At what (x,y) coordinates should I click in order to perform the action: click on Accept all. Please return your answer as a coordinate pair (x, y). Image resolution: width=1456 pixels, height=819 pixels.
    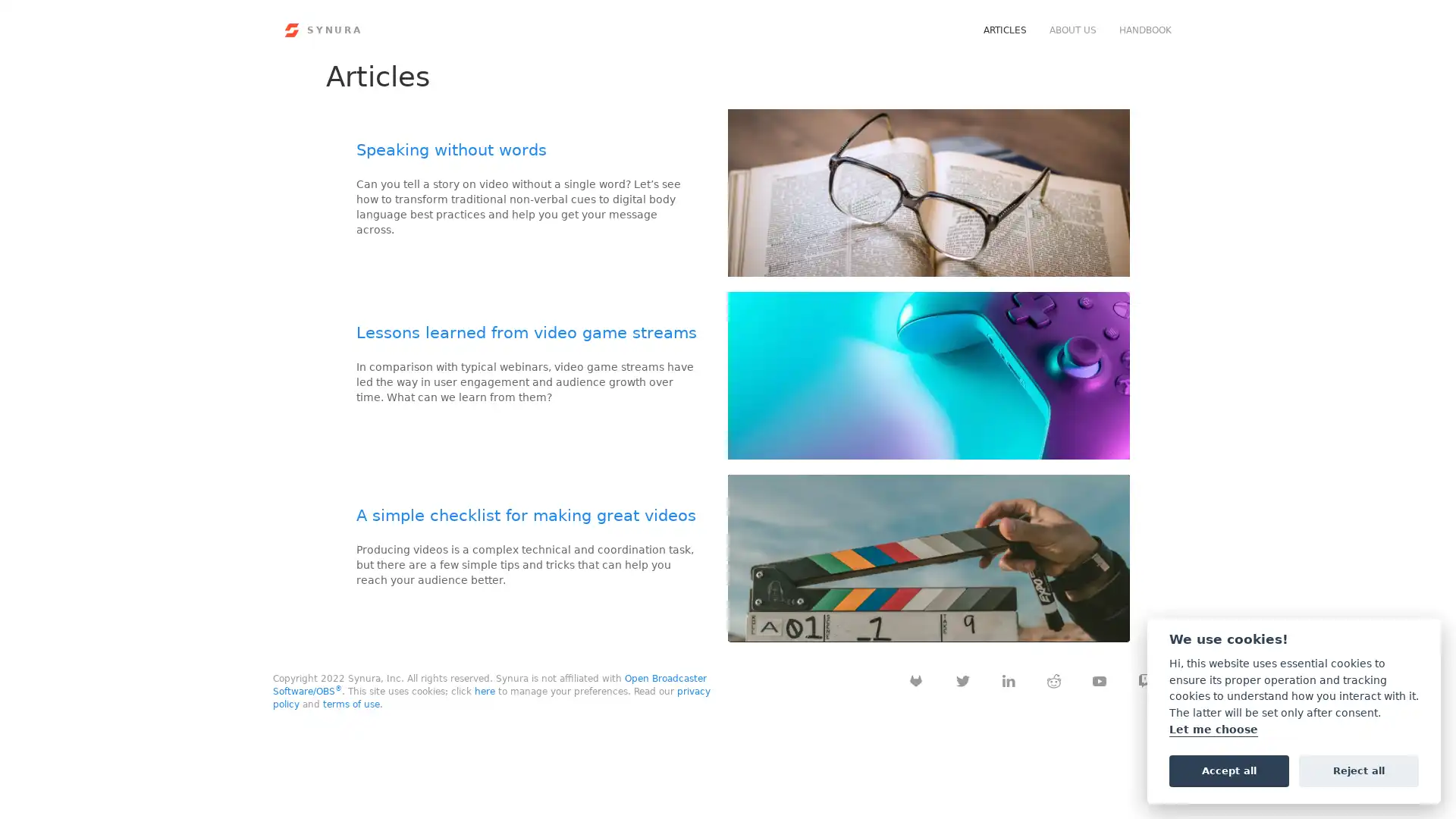
    Looking at the image, I should click on (1228, 770).